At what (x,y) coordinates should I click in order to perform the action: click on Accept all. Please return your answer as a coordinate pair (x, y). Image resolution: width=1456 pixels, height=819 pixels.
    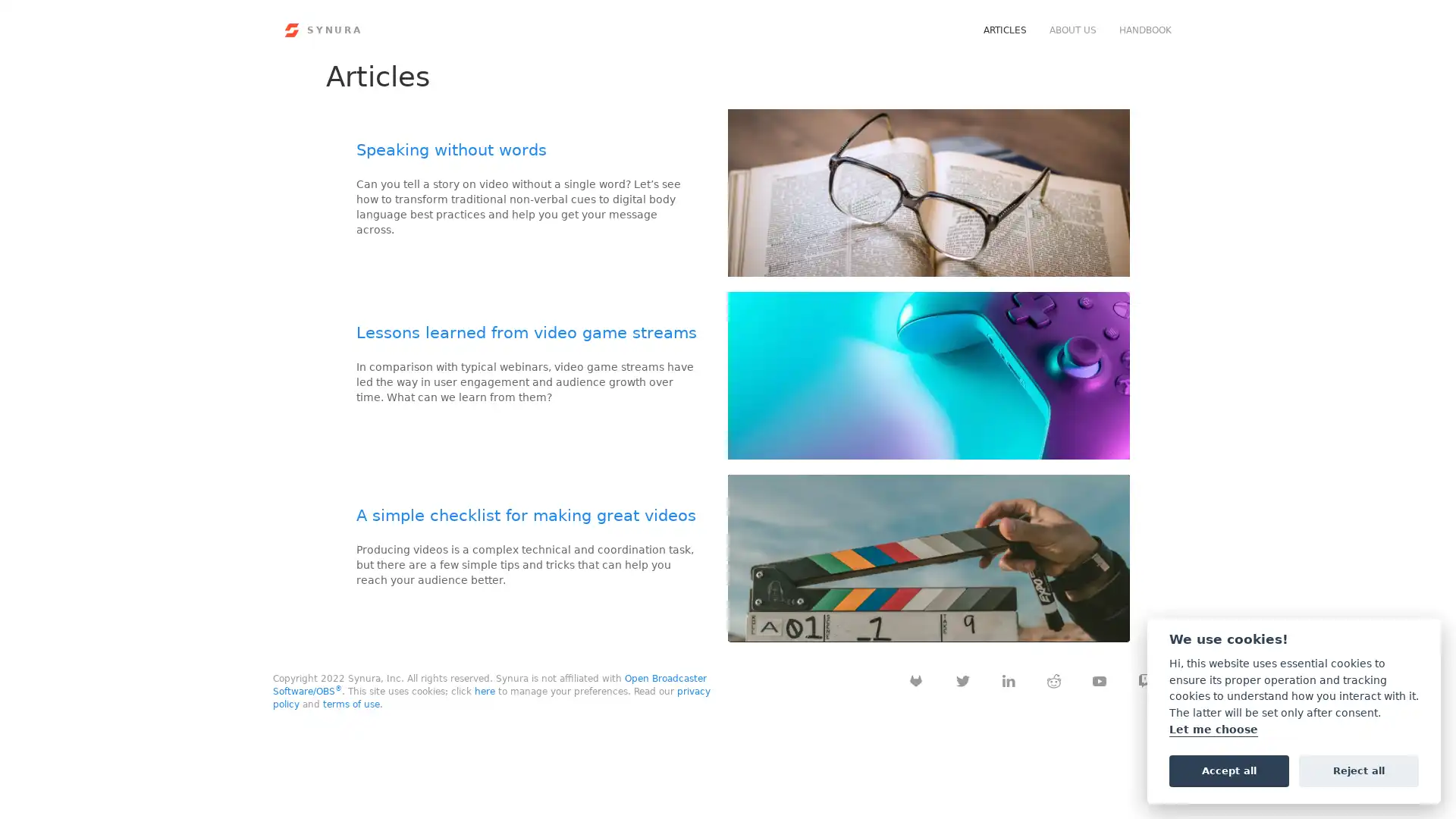
    Looking at the image, I should click on (1228, 770).